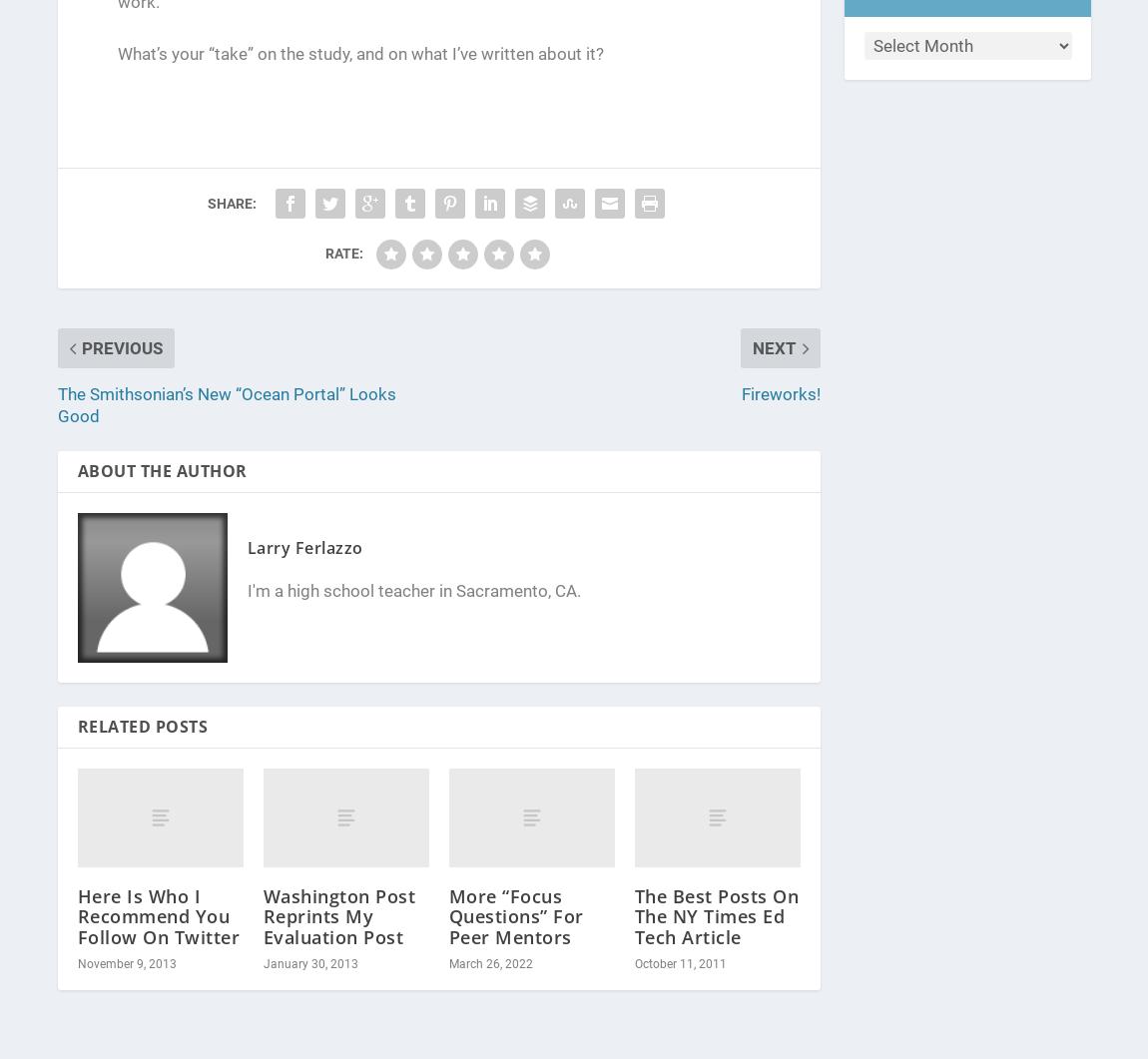 The image size is (1148, 1059). What do you see at coordinates (76, 726) in the screenshot?
I see `'Related Posts'` at bounding box center [76, 726].